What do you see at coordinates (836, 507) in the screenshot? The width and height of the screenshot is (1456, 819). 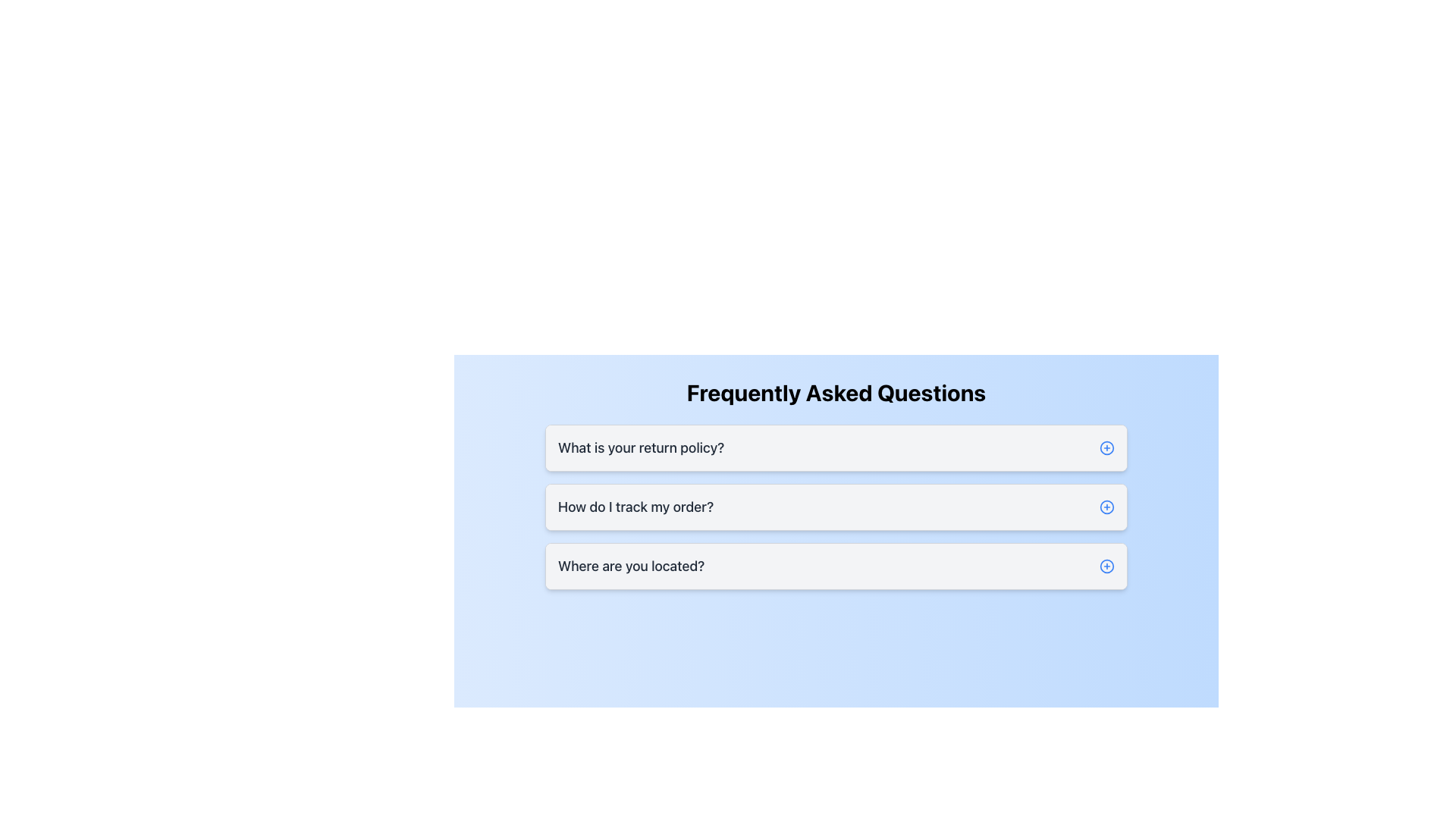 I see `the Interactive FAQ item labeled 'How do I track my order?' to change its background color` at bounding box center [836, 507].